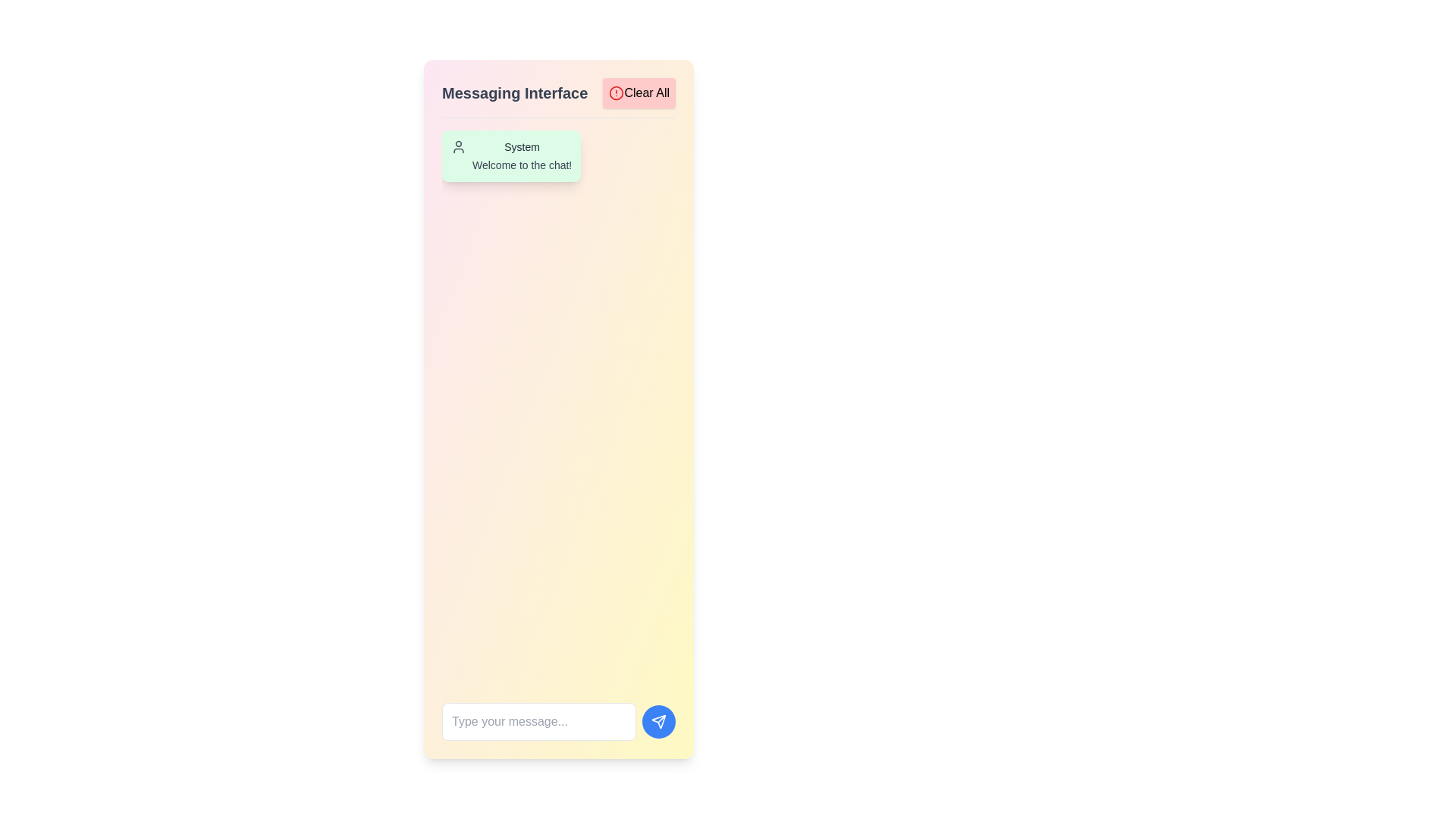 This screenshot has width=1456, height=819. Describe the element at coordinates (522, 146) in the screenshot. I see `the static text label displaying 'System', which is located in a light green background card under the 'Messaging Interface' header, positioned at the top-left area of the interface` at that location.